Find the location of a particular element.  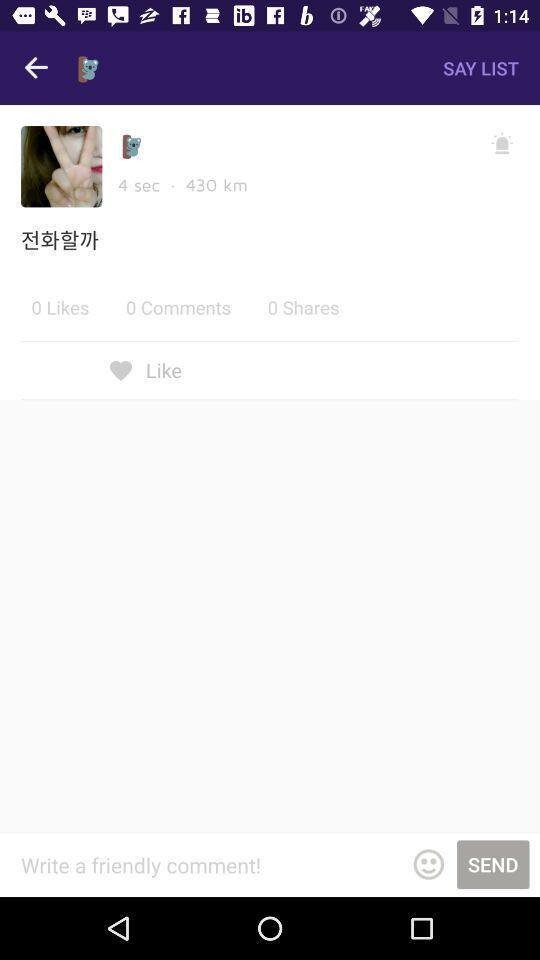

the emoji icon is located at coordinates (427, 863).